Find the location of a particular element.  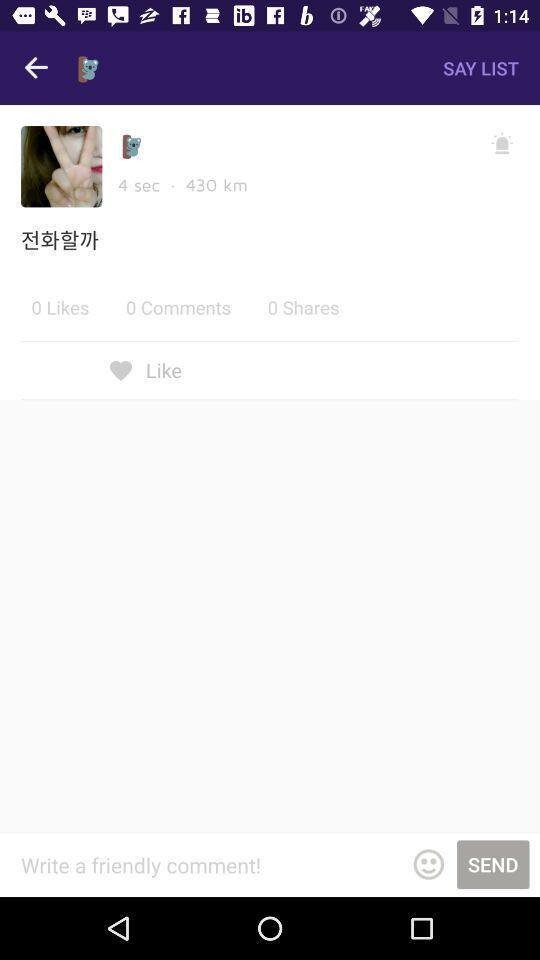

the emoji icon is located at coordinates (427, 863).